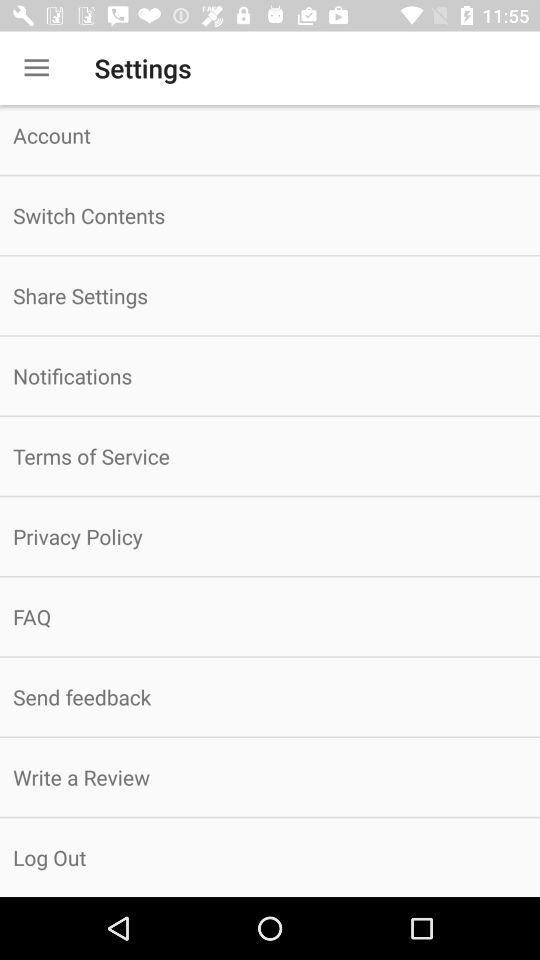 The image size is (540, 960). Describe the element at coordinates (270, 456) in the screenshot. I see `icon above the privacy policy item` at that location.